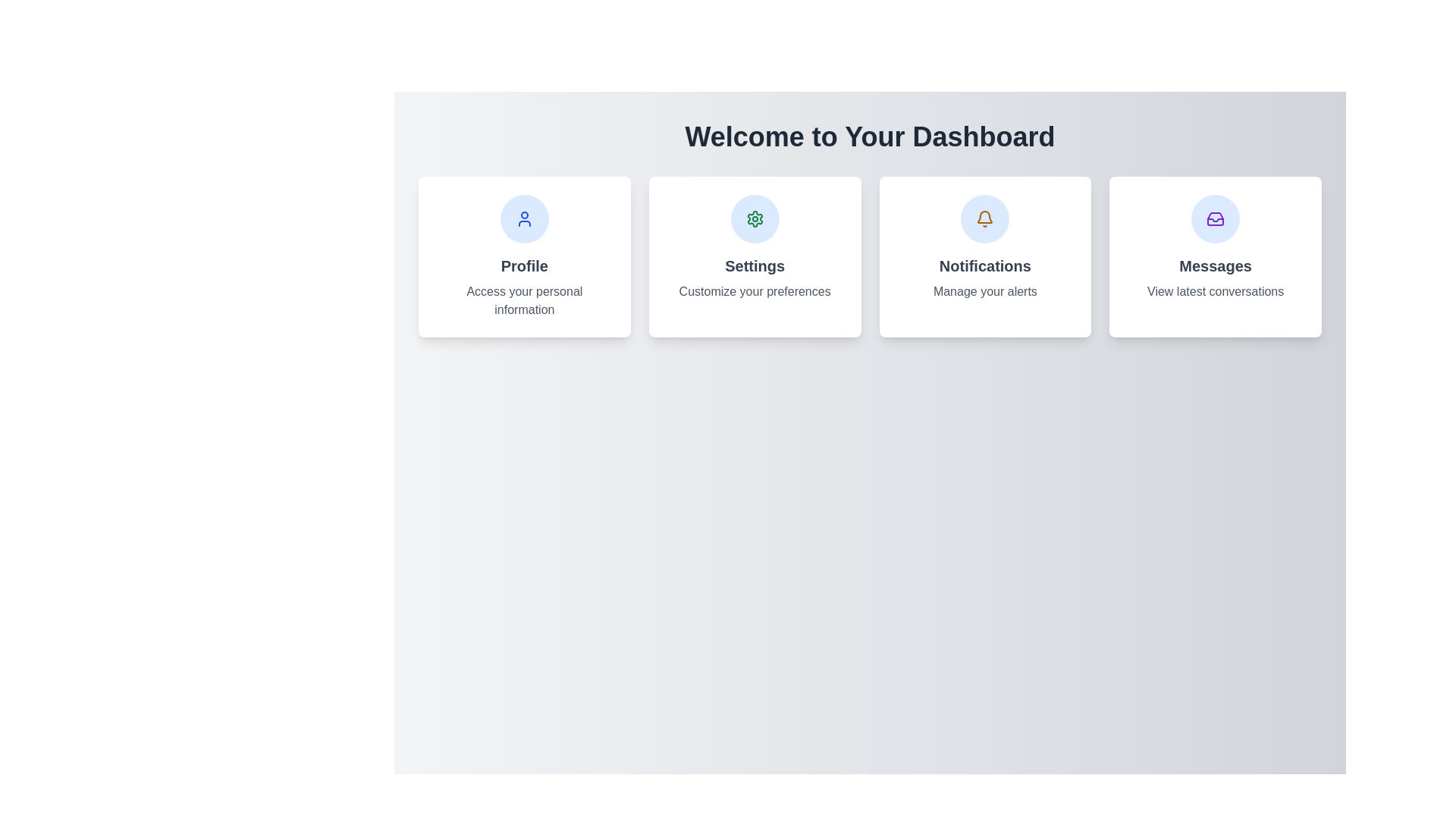 The width and height of the screenshot is (1456, 819). Describe the element at coordinates (1216, 219) in the screenshot. I see `the small, purple-colored inbox icon located inside the rightmost 'Messages' card in the dashboard grid` at that location.